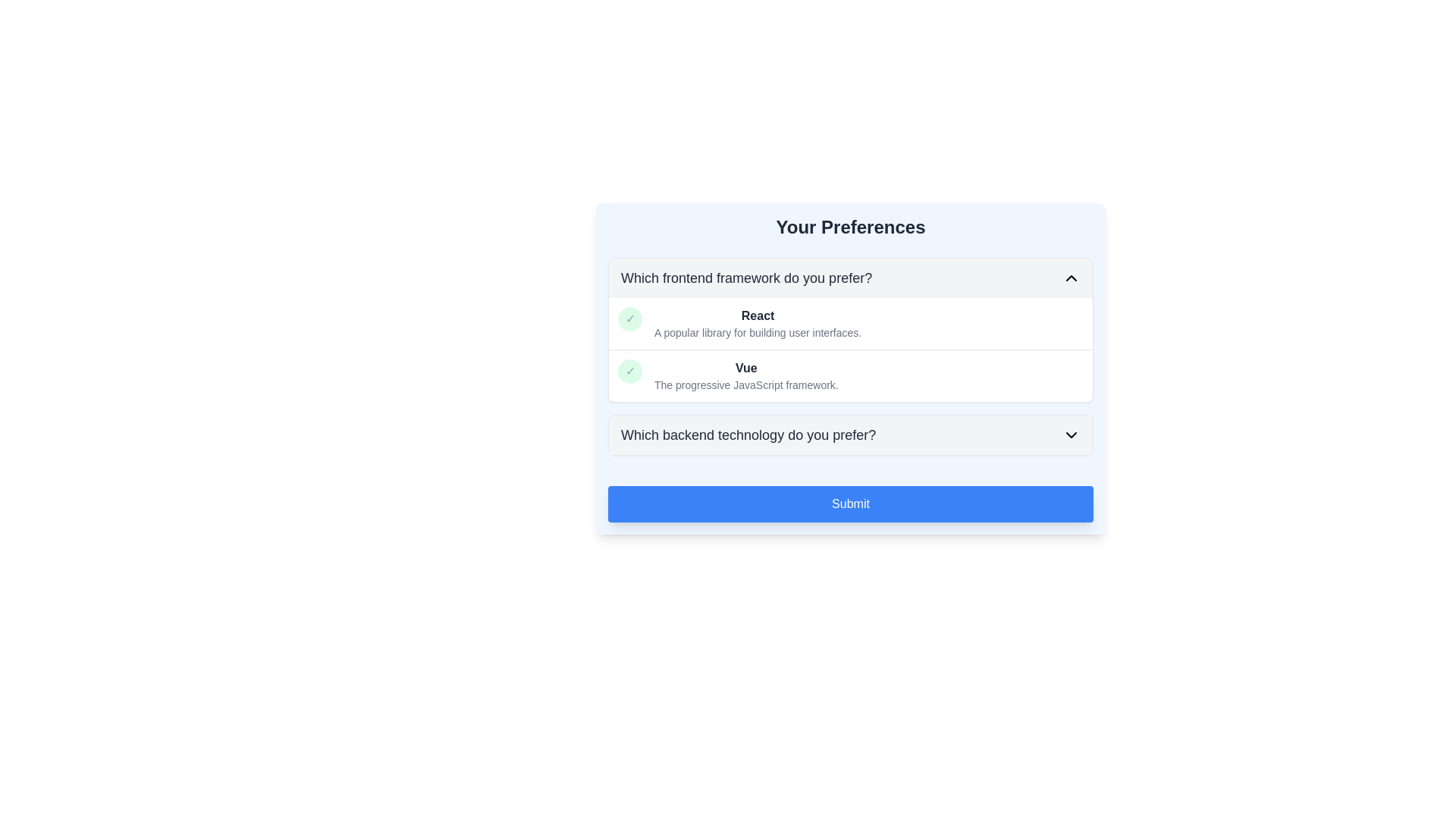 The image size is (1456, 819). What do you see at coordinates (746, 384) in the screenshot?
I see `the label displaying 'The progressive JavaScript framework.' which is positioned below the primary label 'Vue' in the list of frontend framework preferences` at bounding box center [746, 384].